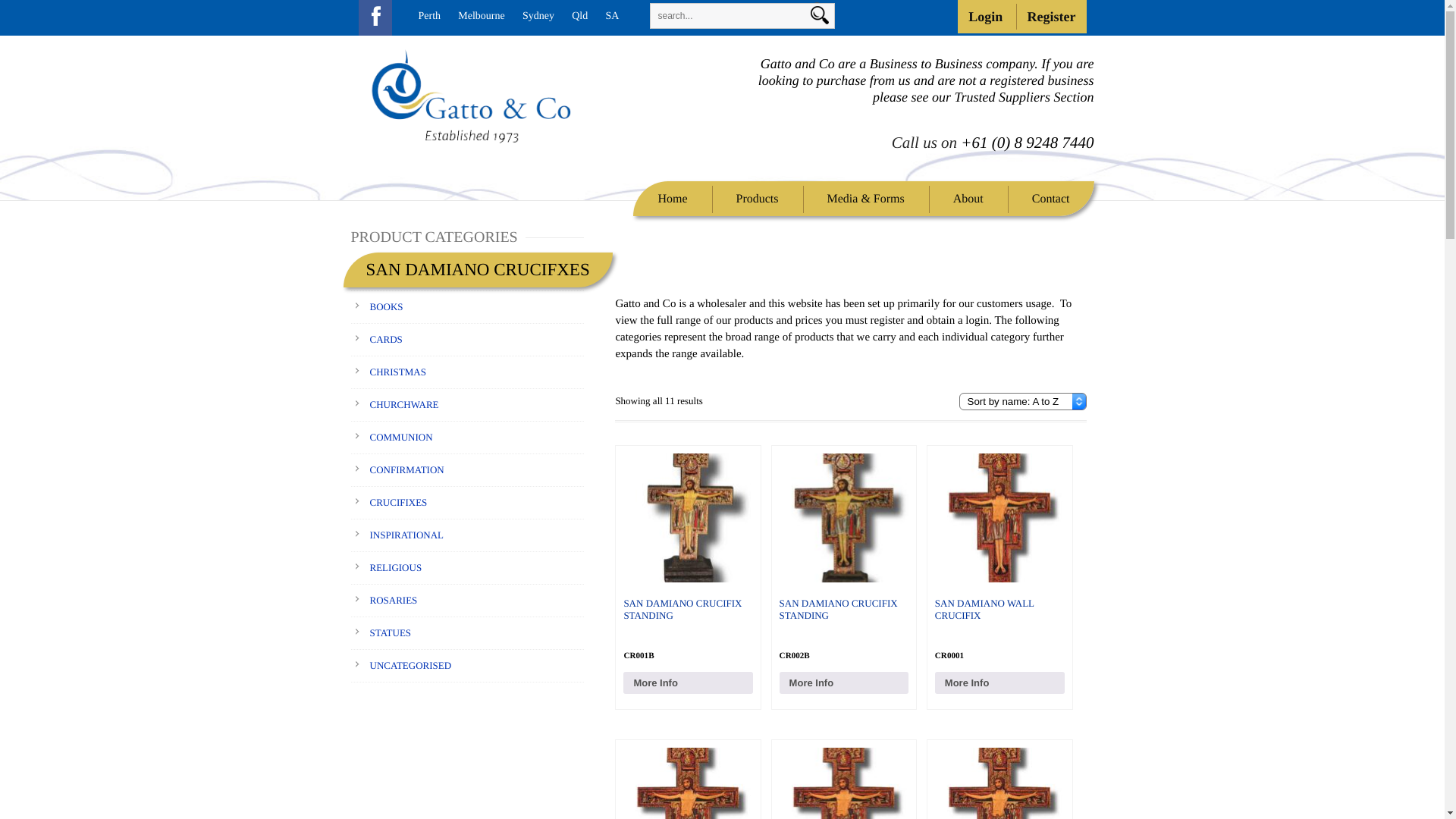 This screenshot has width=1456, height=819. Describe the element at coordinates (843, 559) in the screenshot. I see `'SAN DAMIANO CRUCIFIX STANDING` at that location.